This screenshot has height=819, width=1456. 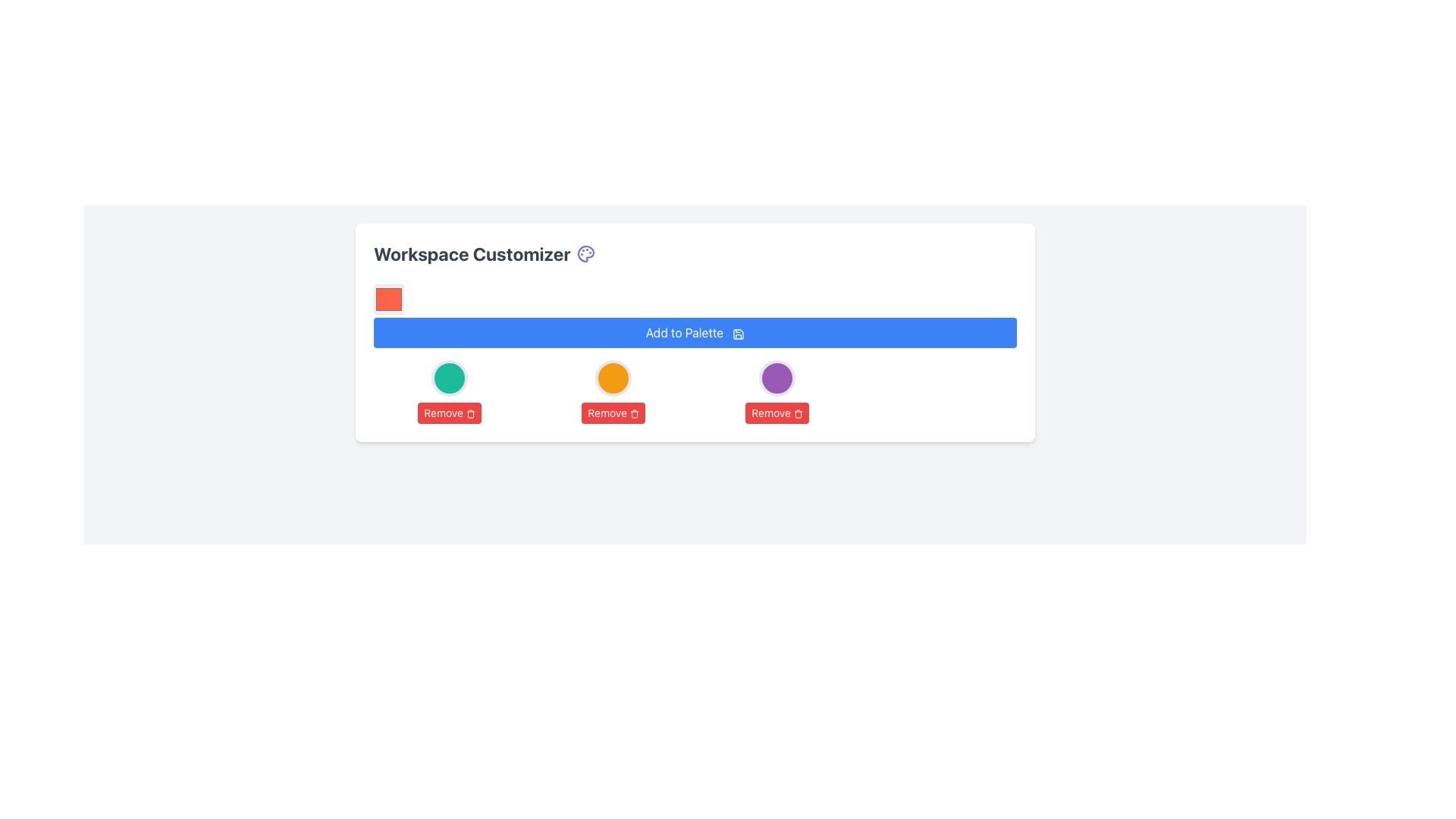 What do you see at coordinates (585, 253) in the screenshot?
I see `the icon located in the top-right corner of the workspace customizer area` at bounding box center [585, 253].